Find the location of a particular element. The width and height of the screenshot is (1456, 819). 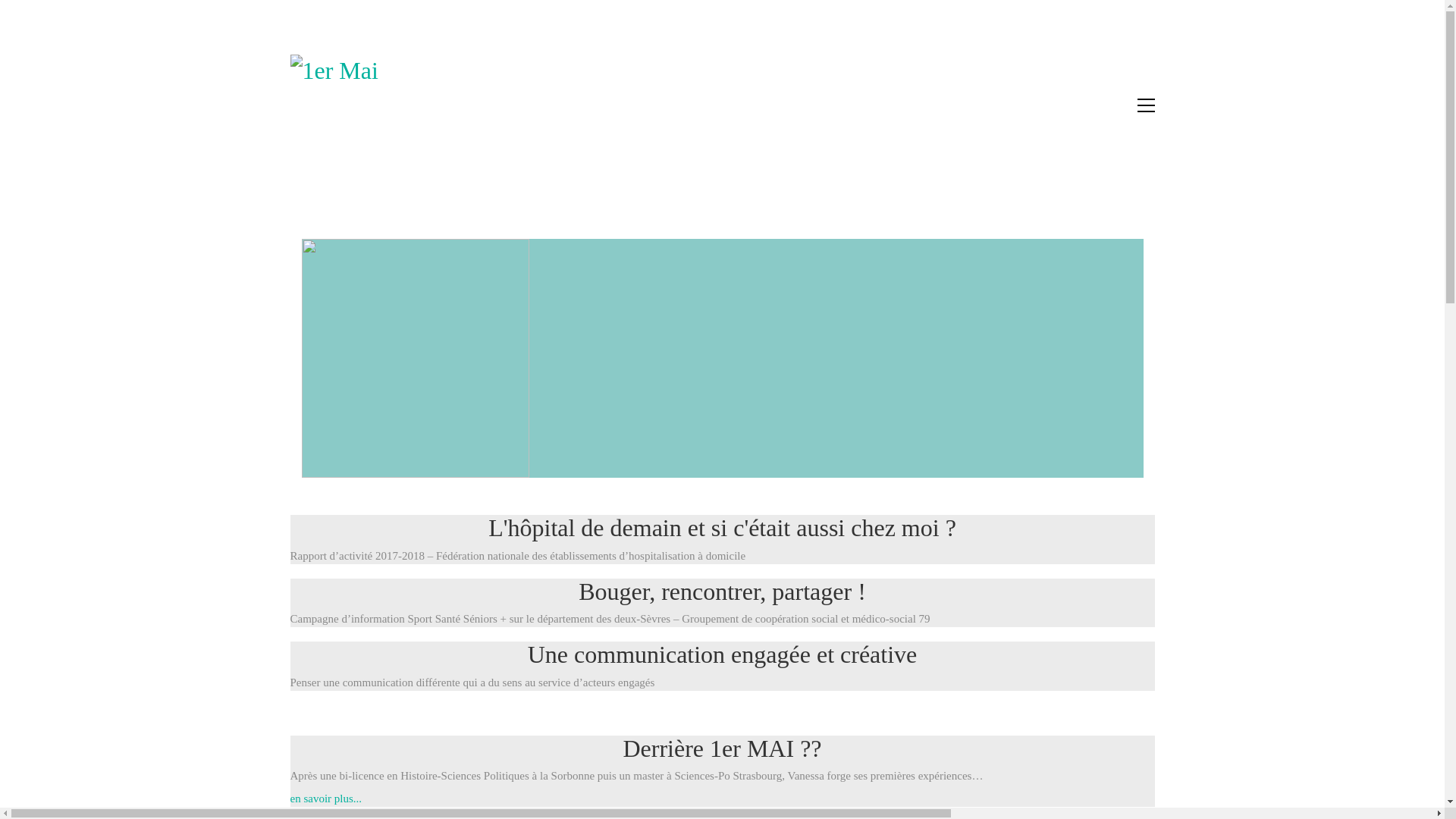

'en savoir plus...' is located at coordinates (325, 798).